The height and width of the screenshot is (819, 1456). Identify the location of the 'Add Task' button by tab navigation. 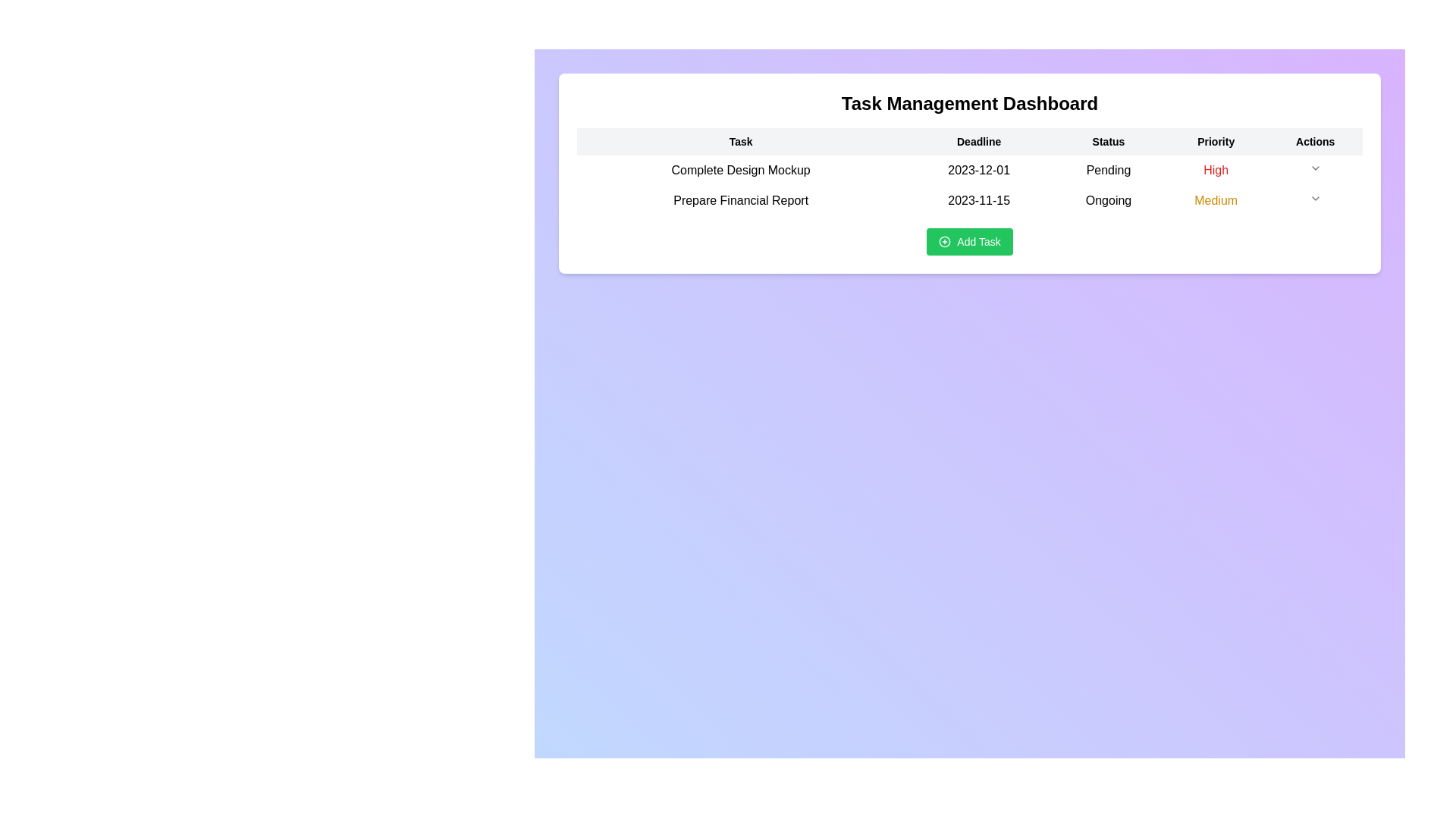
(944, 241).